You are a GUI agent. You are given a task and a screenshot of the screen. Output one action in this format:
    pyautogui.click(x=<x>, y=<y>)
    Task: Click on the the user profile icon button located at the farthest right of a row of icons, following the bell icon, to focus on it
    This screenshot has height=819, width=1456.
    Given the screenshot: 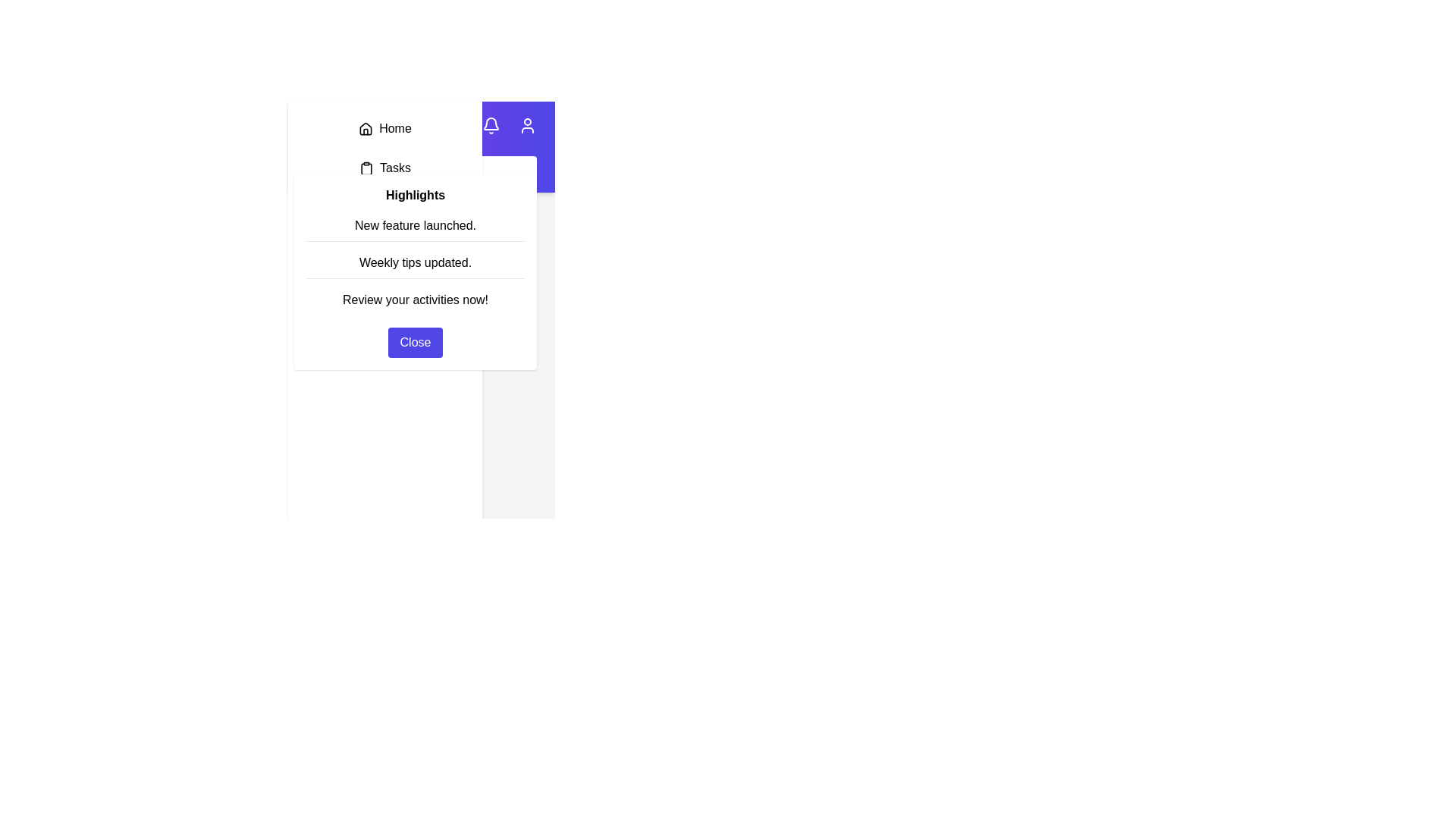 What is the action you would take?
    pyautogui.click(x=528, y=124)
    